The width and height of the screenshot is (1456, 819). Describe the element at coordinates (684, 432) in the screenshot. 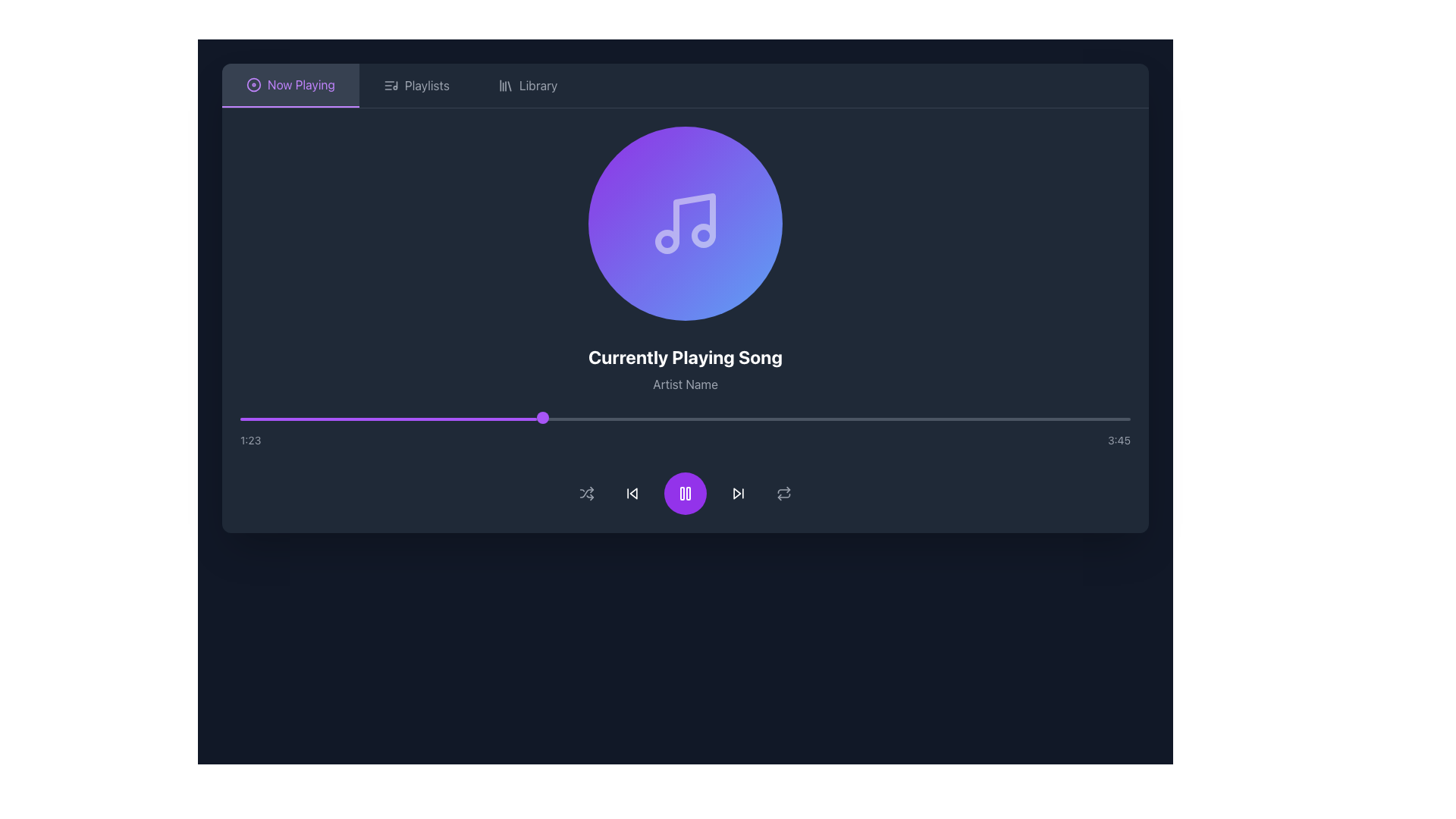

I see `the progress bar located at the bottom of the media player interface to seek to a specific time point in the playback` at that location.